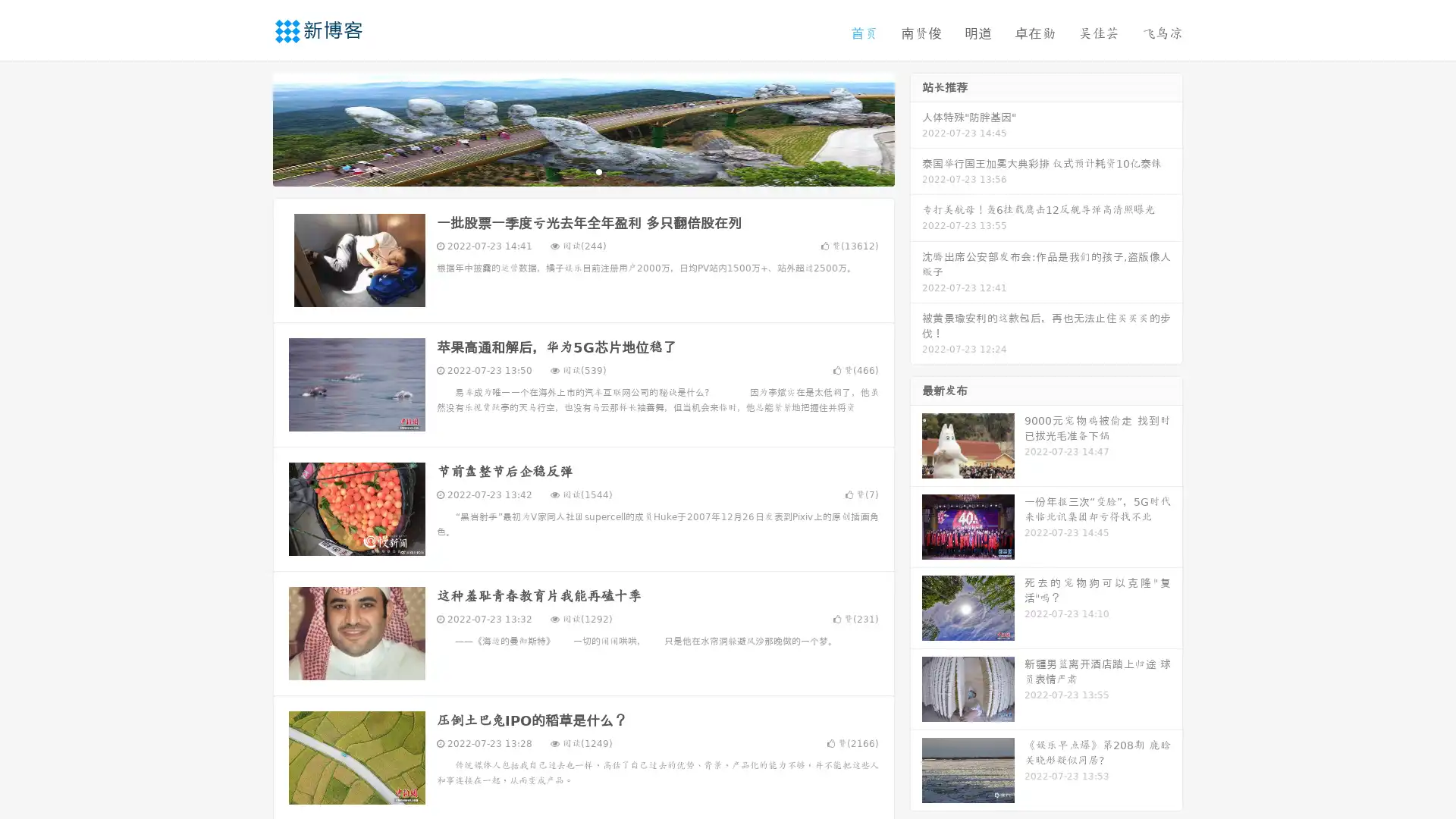 This screenshot has width=1456, height=819. What do you see at coordinates (916, 127) in the screenshot?
I see `Next slide` at bounding box center [916, 127].